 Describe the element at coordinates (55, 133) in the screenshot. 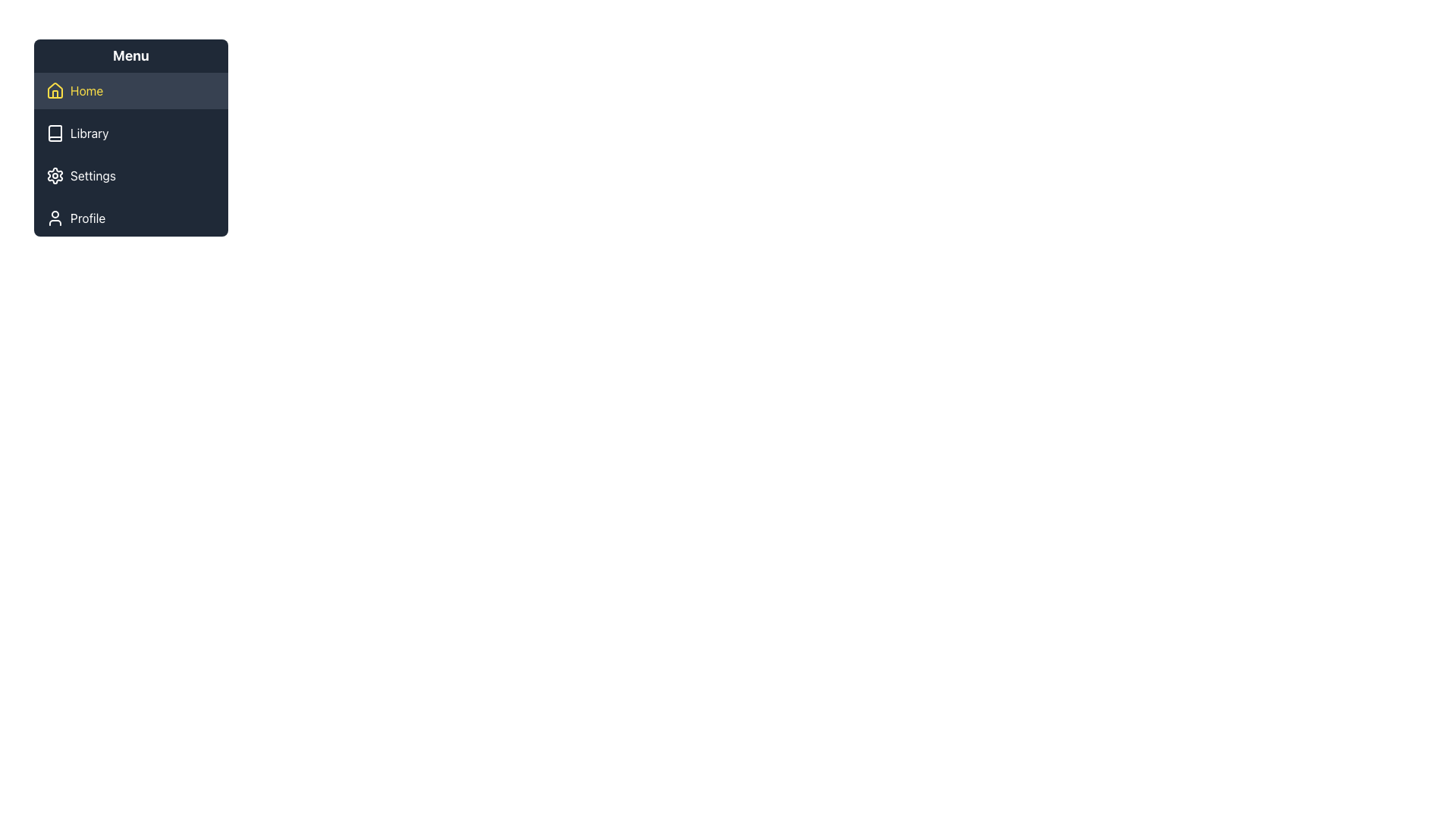

I see `around the decorative 'Library' icon located in the second option of the navigation menu, which is centrally aligned under the 'Library' label` at that location.